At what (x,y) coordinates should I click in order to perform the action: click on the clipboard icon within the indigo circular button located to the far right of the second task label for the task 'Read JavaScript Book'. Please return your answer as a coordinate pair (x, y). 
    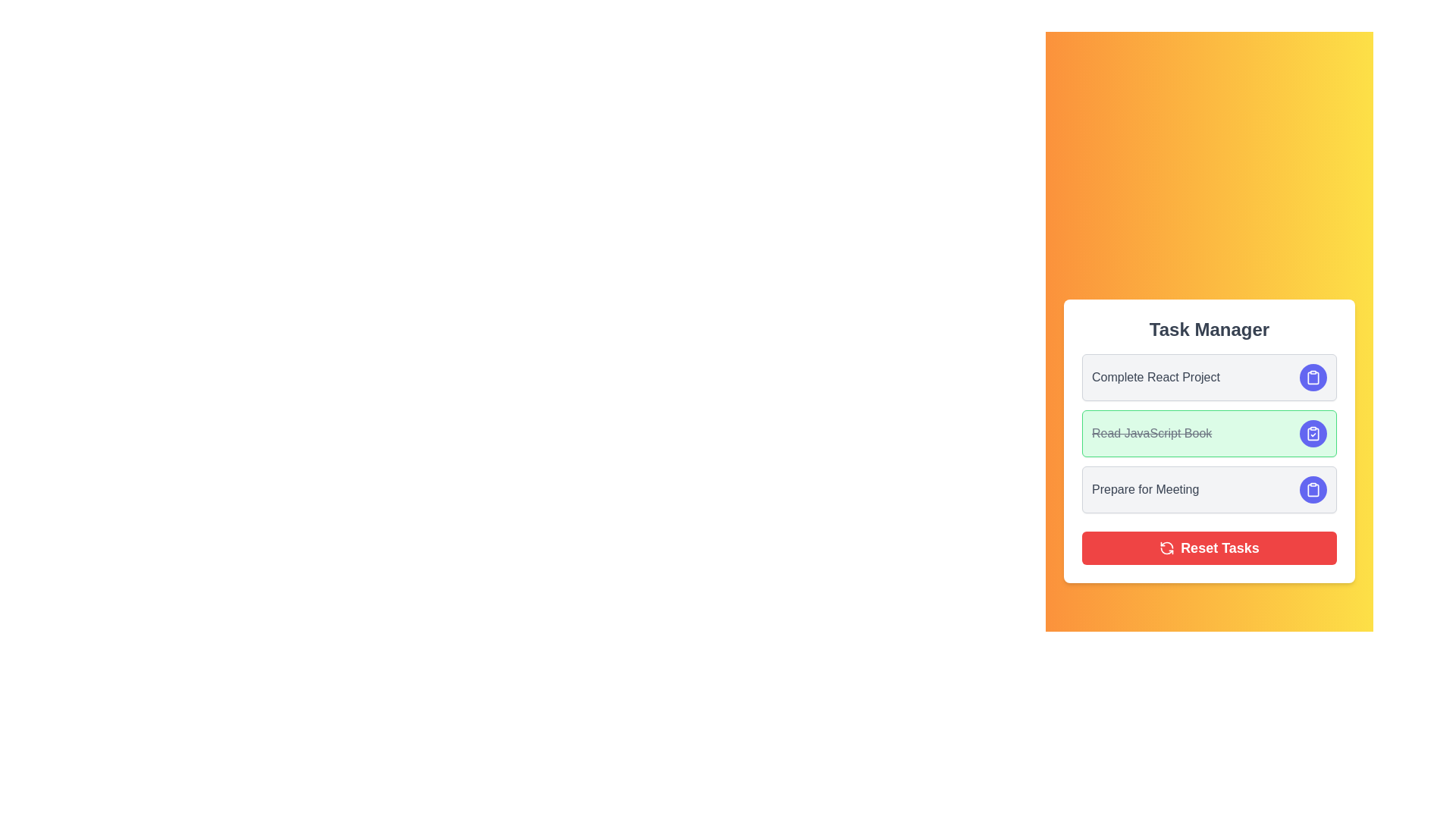
    Looking at the image, I should click on (1313, 489).